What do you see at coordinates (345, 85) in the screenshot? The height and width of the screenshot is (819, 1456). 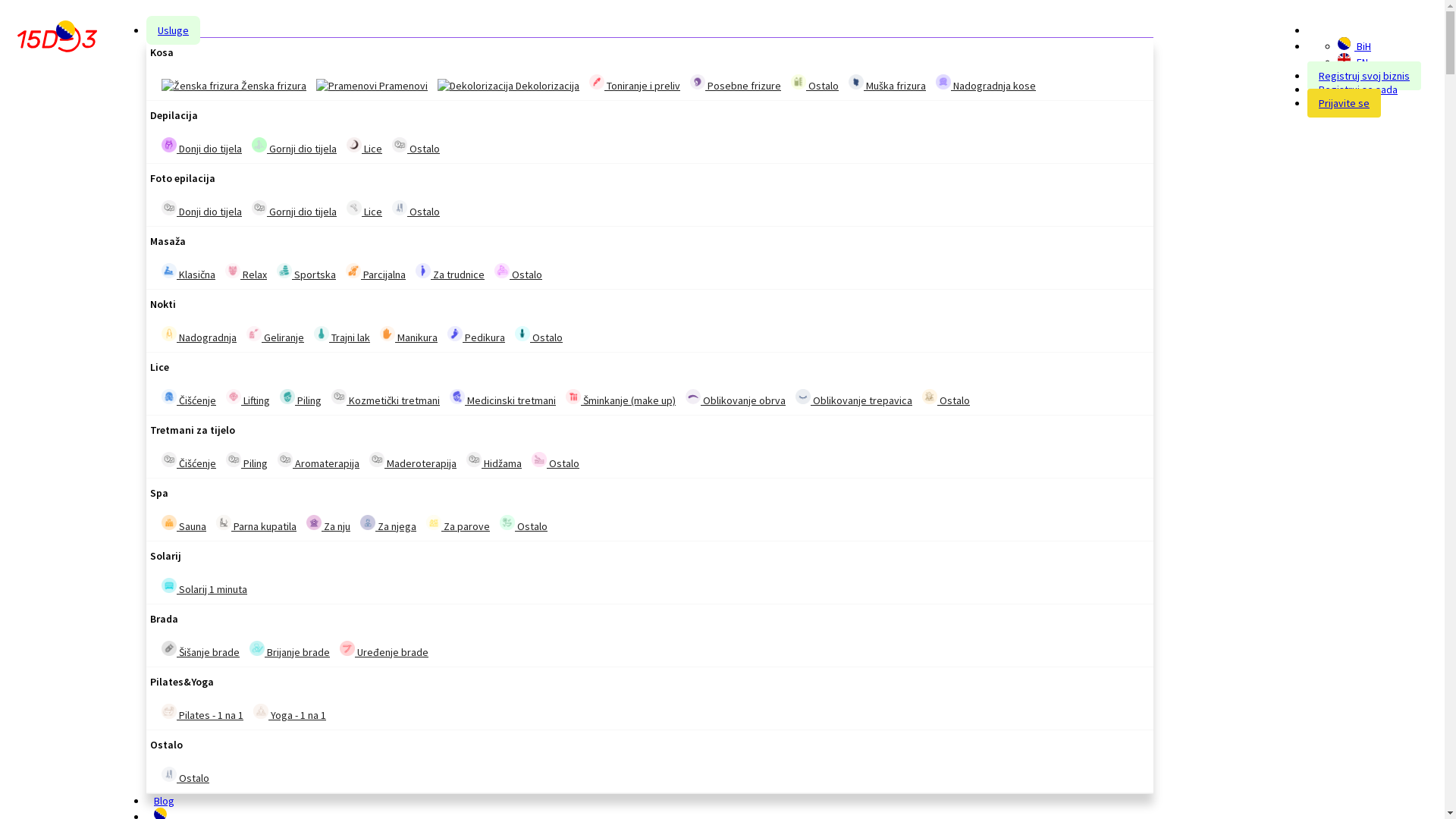 I see `'Pramenovi'` at bounding box center [345, 85].